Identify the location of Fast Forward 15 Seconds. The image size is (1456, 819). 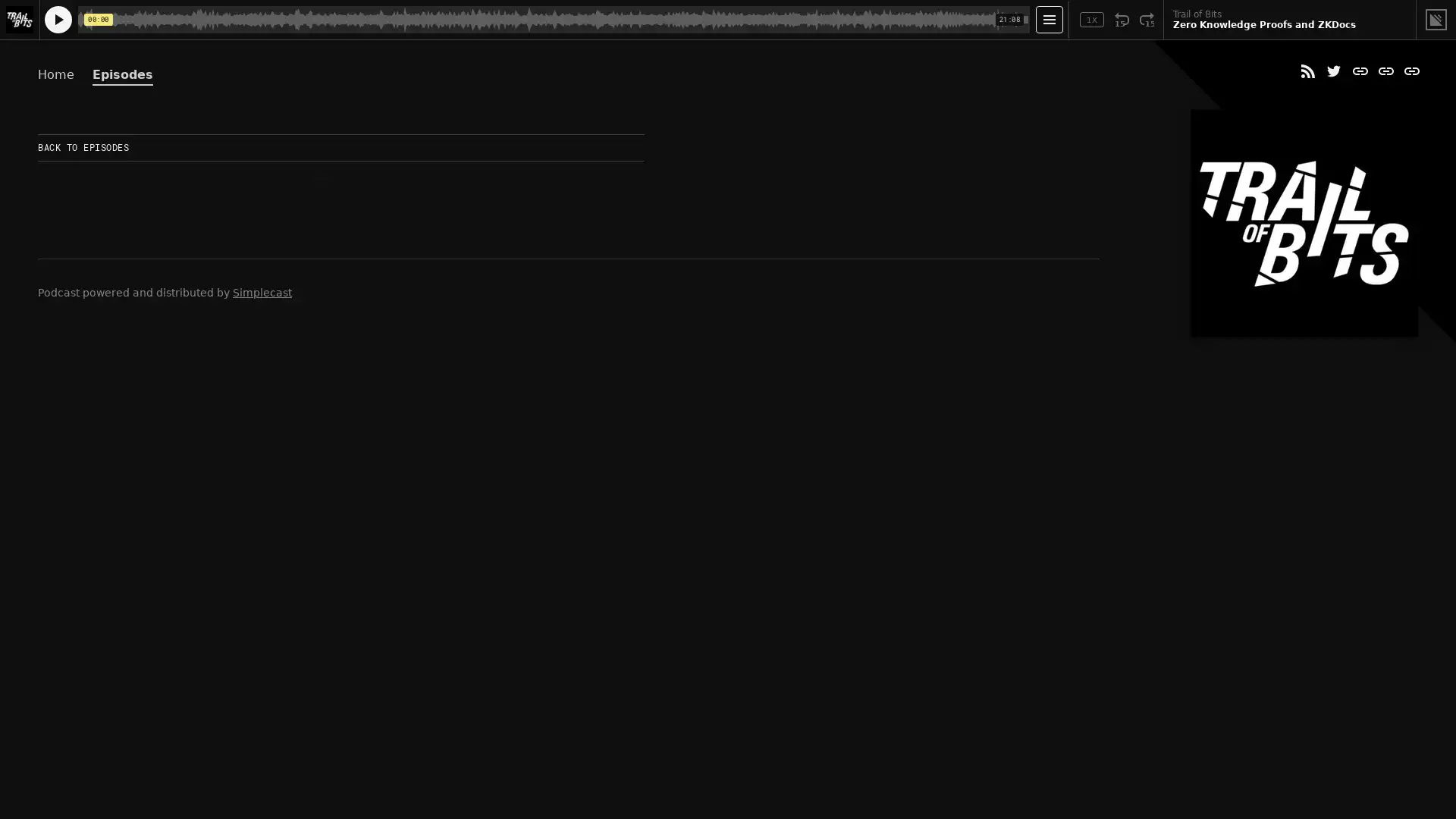
(1147, 20).